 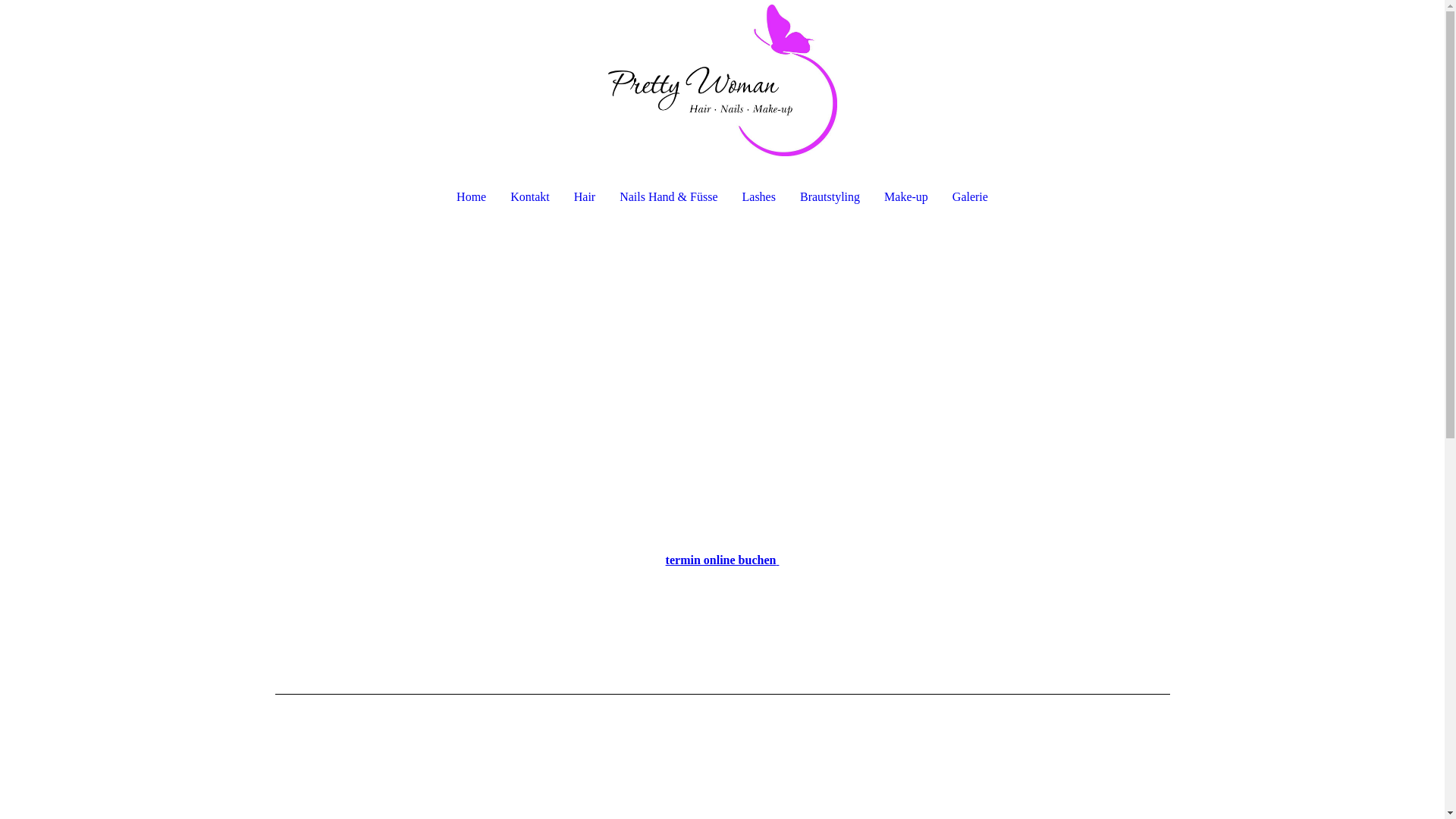 What do you see at coordinates (464, 196) in the screenshot?
I see `'Home'` at bounding box center [464, 196].